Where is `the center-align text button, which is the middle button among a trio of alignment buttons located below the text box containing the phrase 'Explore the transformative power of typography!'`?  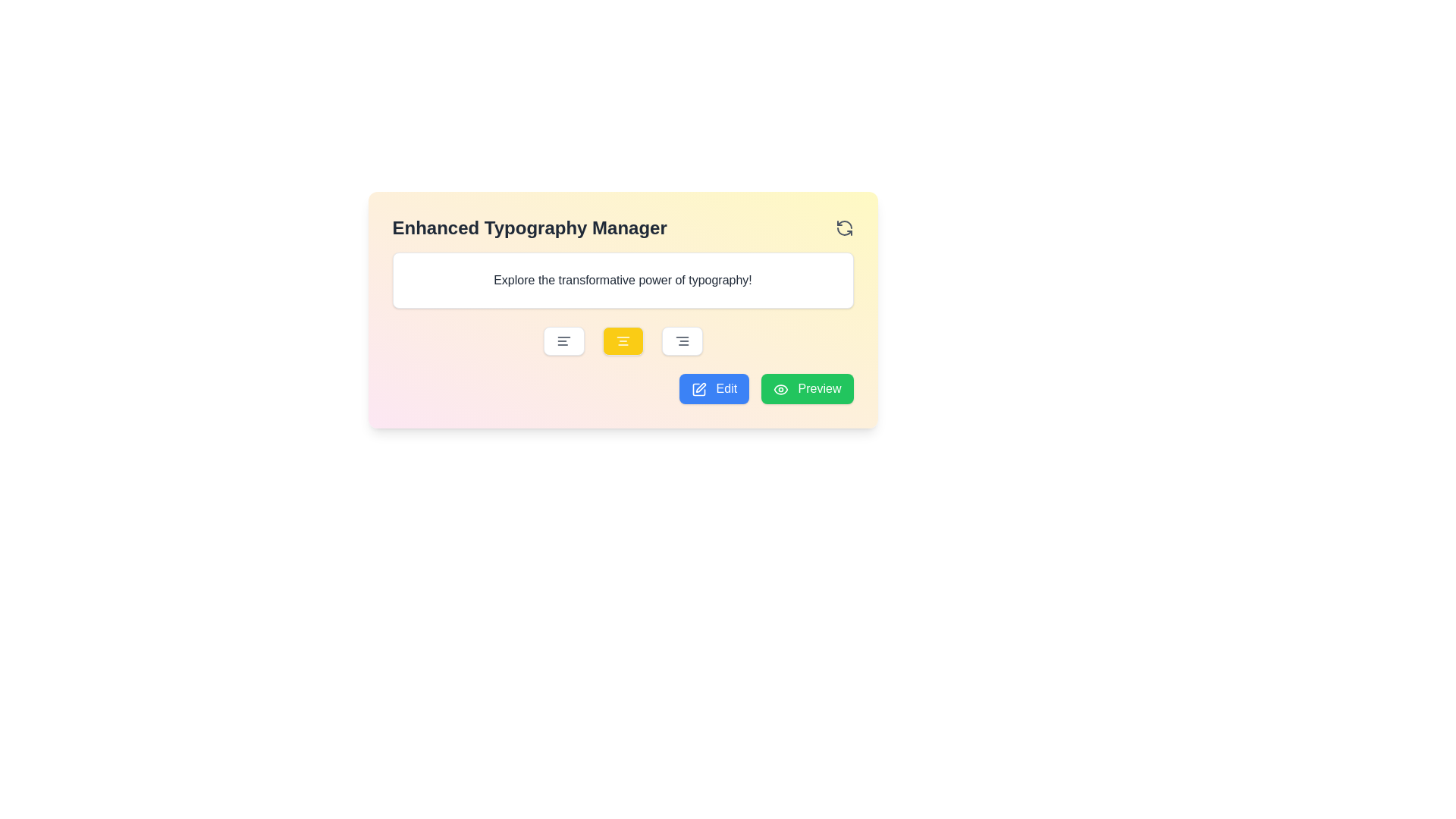 the center-align text button, which is the middle button among a trio of alignment buttons located below the text box containing the phrase 'Explore the transformative power of typography!' is located at coordinates (623, 327).